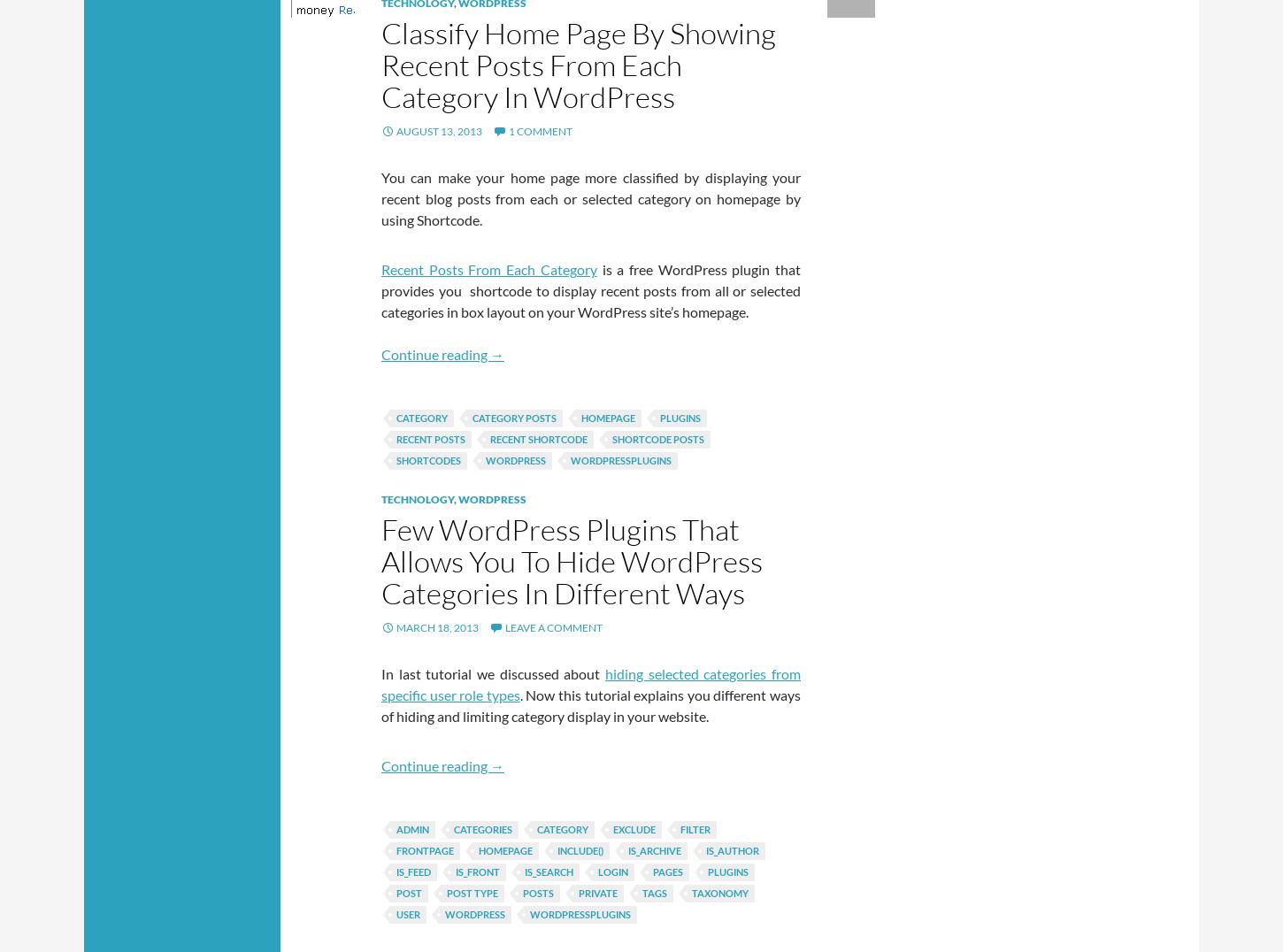 The height and width of the screenshot is (952, 1283). Describe the element at coordinates (657, 439) in the screenshot. I see `'shortcode posts'` at that location.